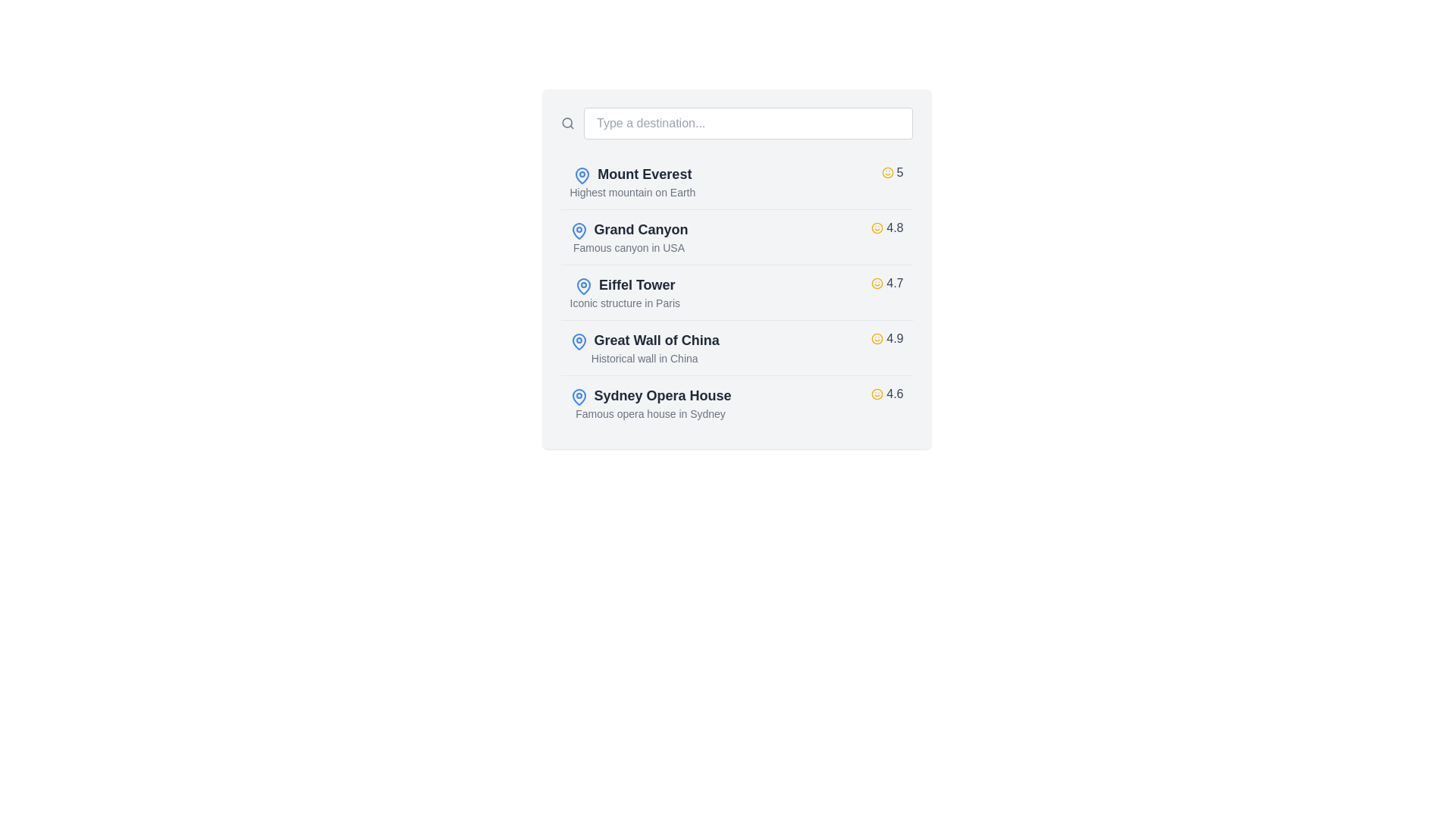 This screenshot has width=1456, height=819. What do you see at coordinates (877, 284) in the screenshot?
I see `the SVG circle element that represents the boundary of the smiley face icon for the rating of the 'Eiffel Tower' entry` at bounding box center [877, 284].